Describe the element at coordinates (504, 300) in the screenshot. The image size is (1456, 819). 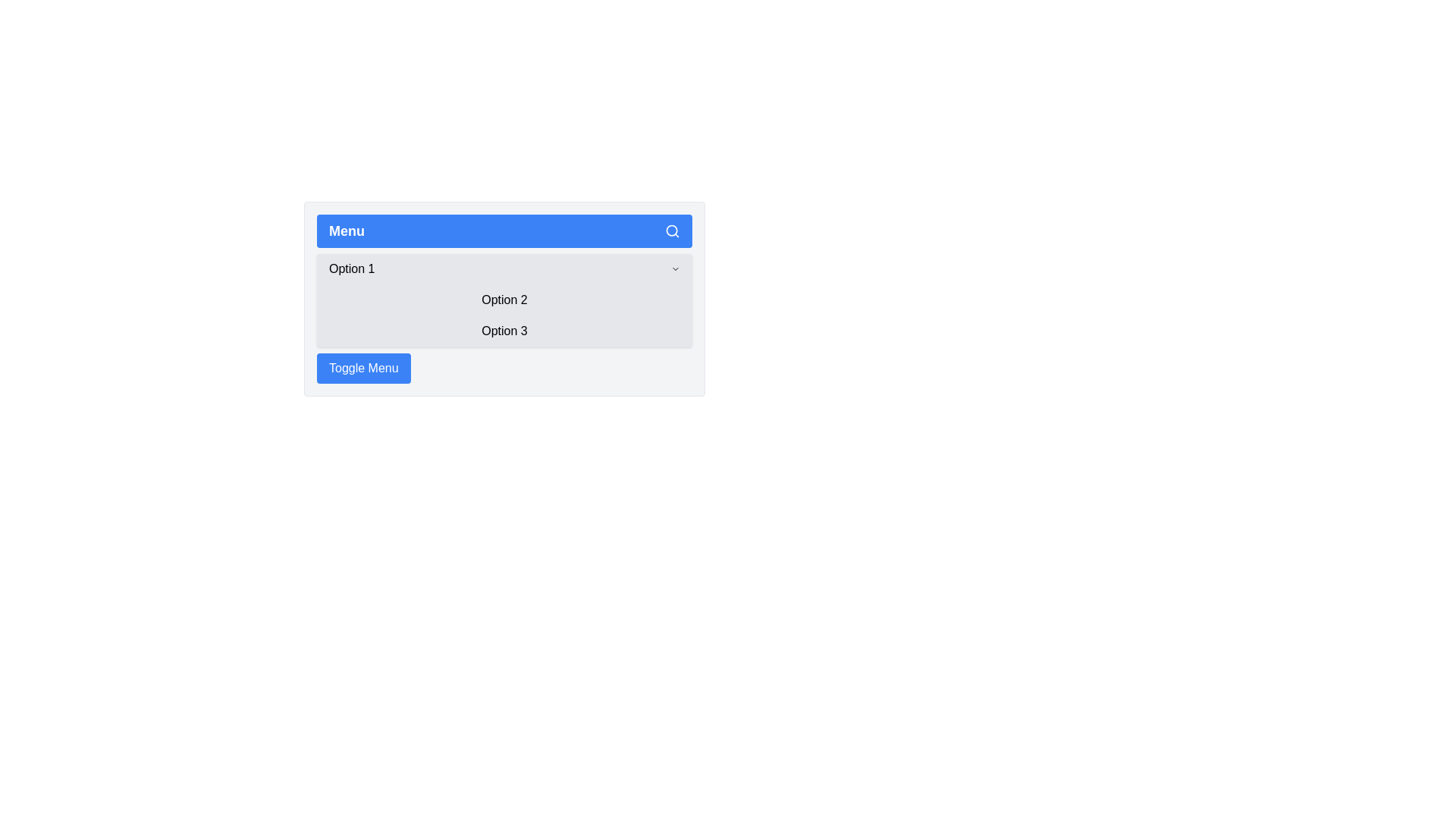
I see `an option within the dropdown menu located below the 'Menu' header and above the 'Toggle Menu' button` at that location.